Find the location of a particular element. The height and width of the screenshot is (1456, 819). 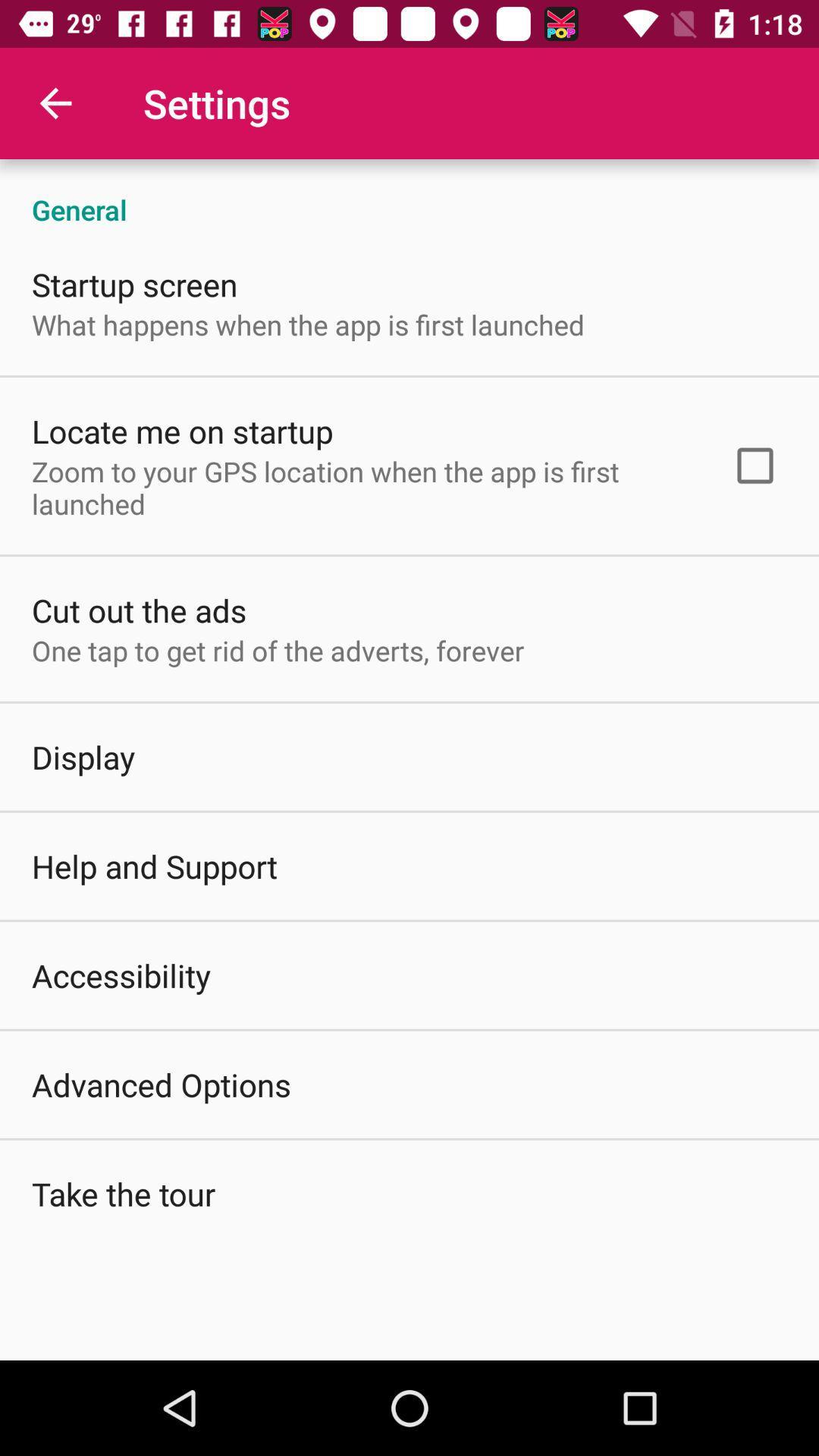

the icon above the take the tour is located at coordinates (161, 1084).